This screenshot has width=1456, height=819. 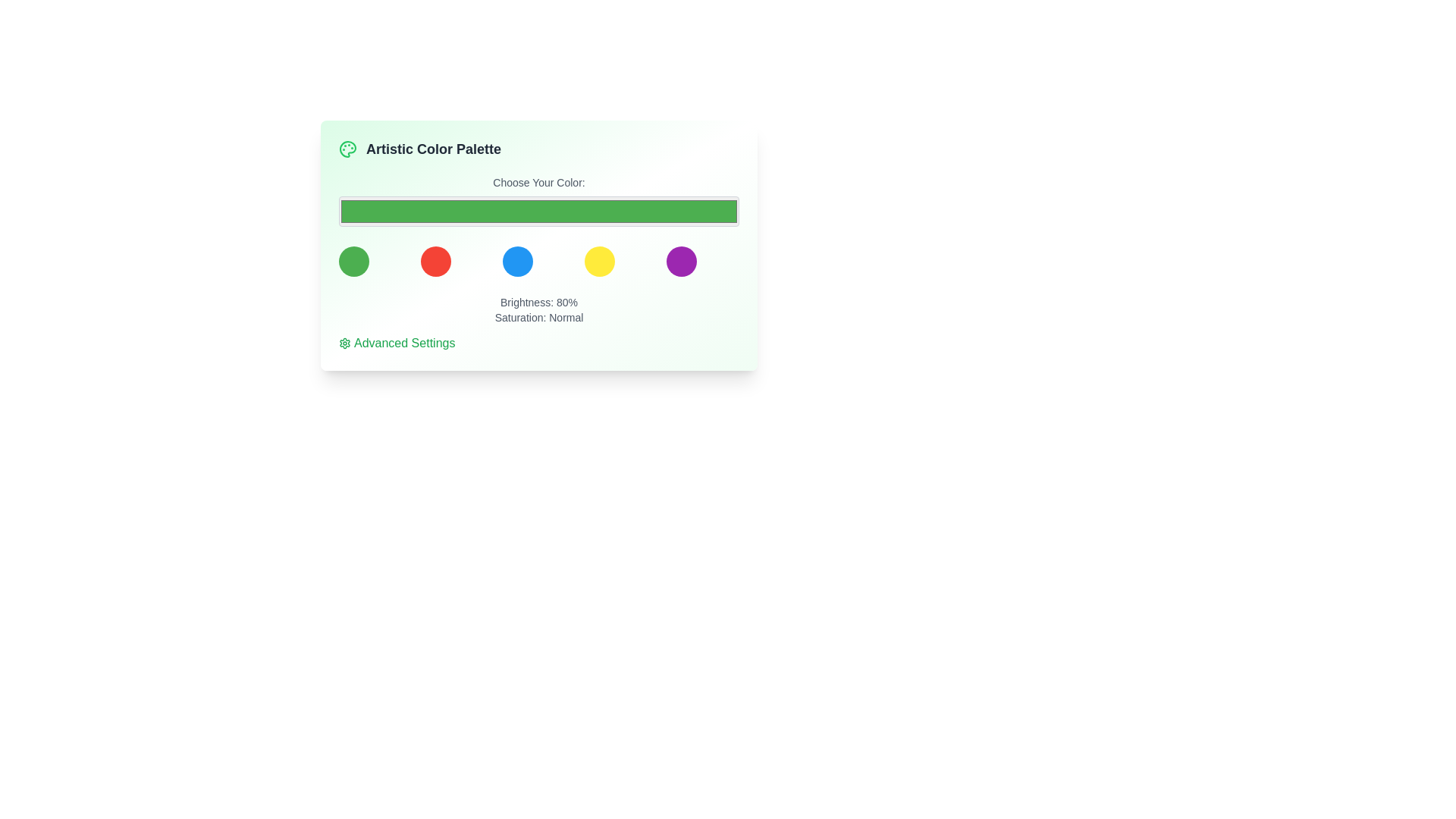 What do you see at coordinates (344, 343) in the screenshot?
I see `the gear-shaped settings icon located to the left of the 'Advanced Settings' text` at bounding box center [344, 343].